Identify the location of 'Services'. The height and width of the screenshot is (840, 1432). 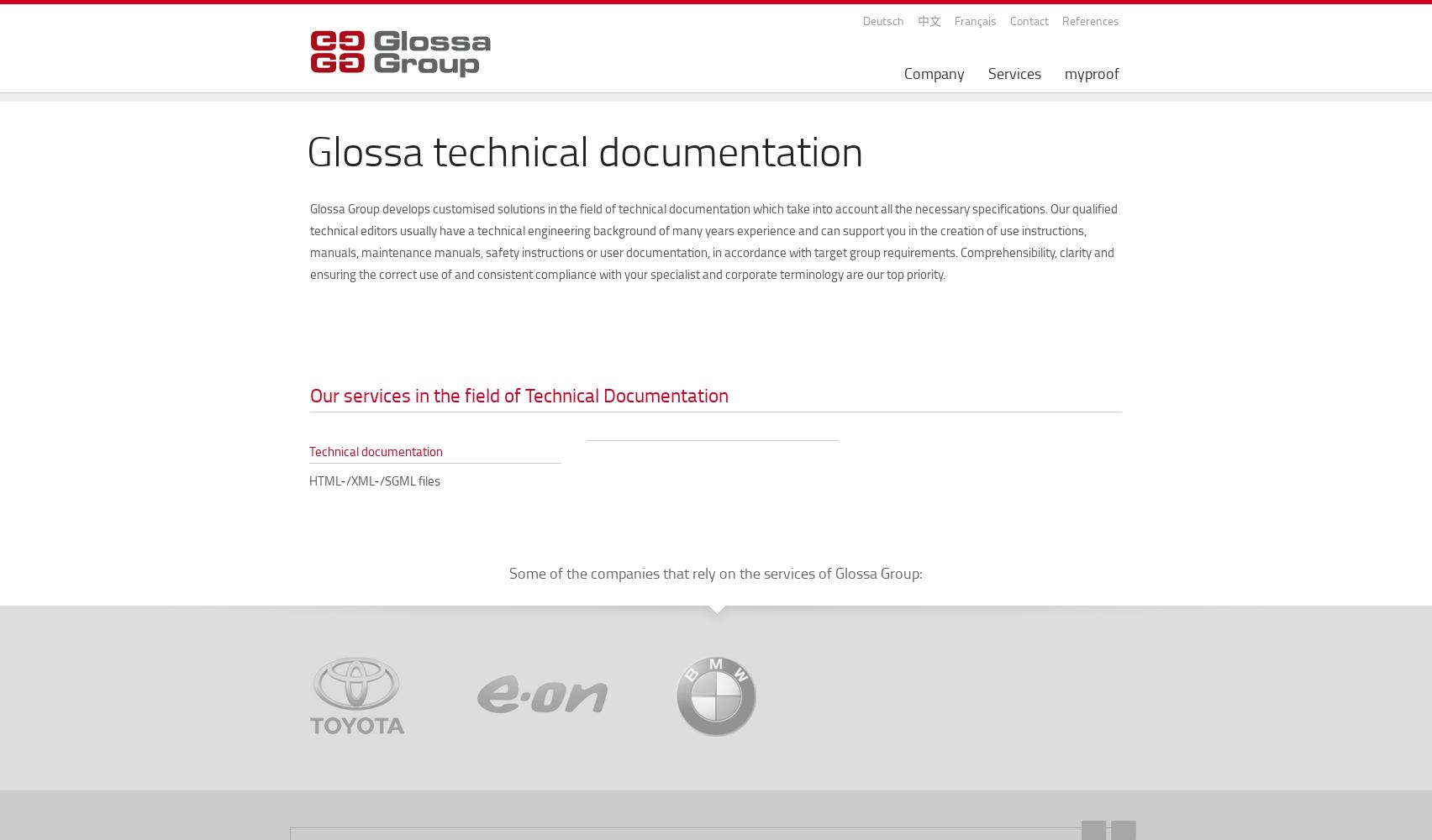
(1013, 72).